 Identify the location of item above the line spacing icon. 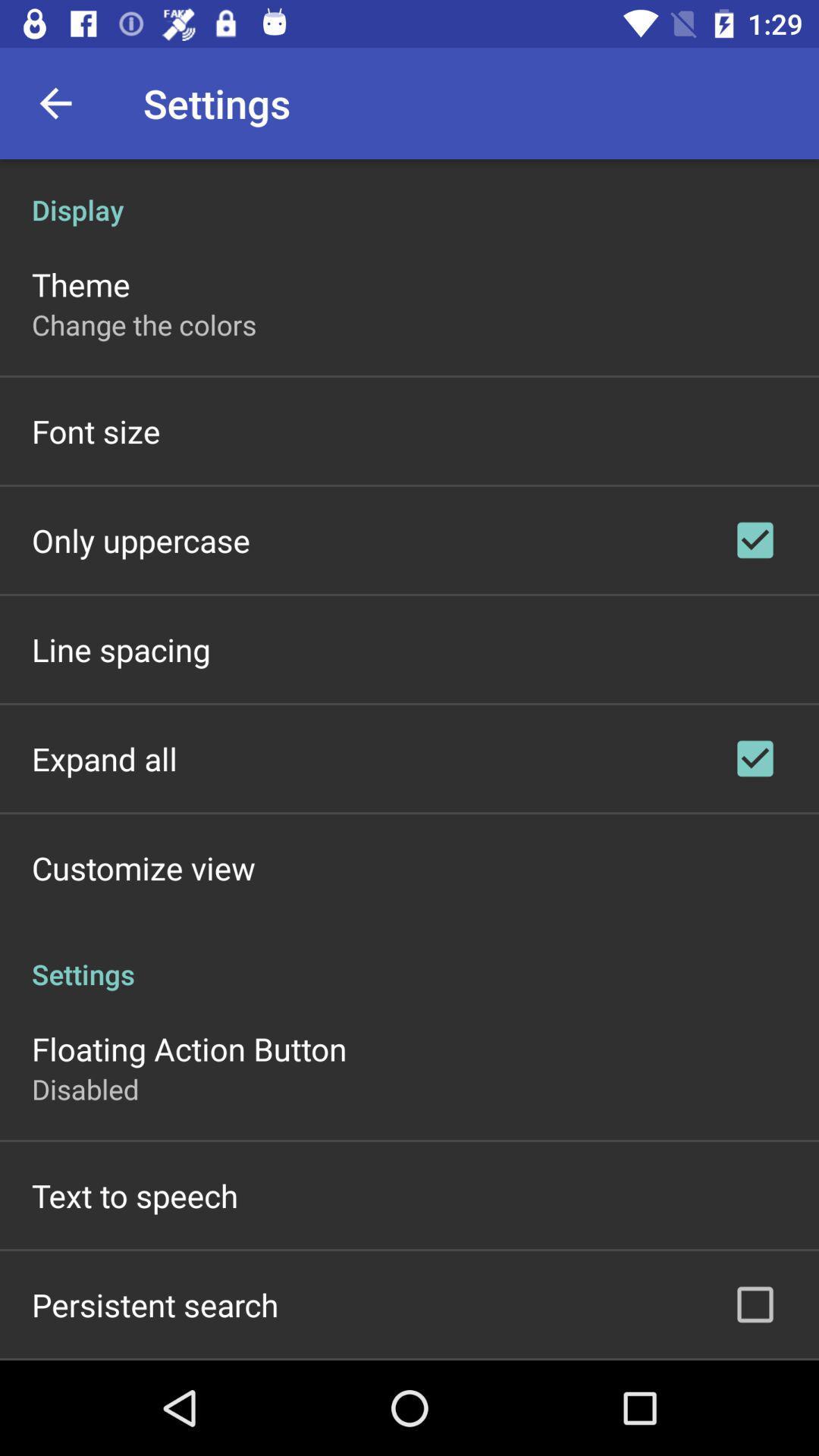
(140, 540).